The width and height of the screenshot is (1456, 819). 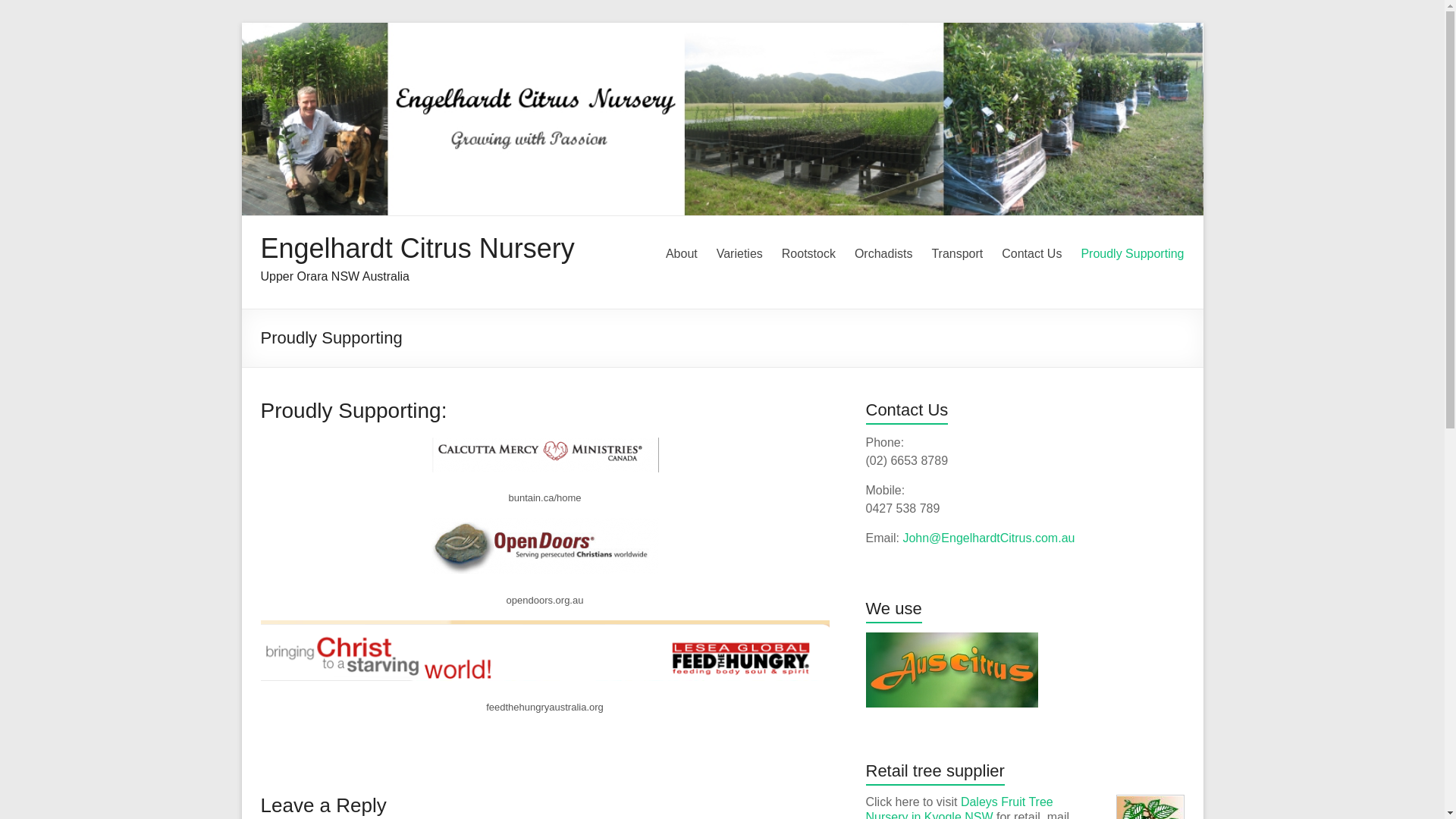 I want to click on 'Transport', so click(x=956, y=253).